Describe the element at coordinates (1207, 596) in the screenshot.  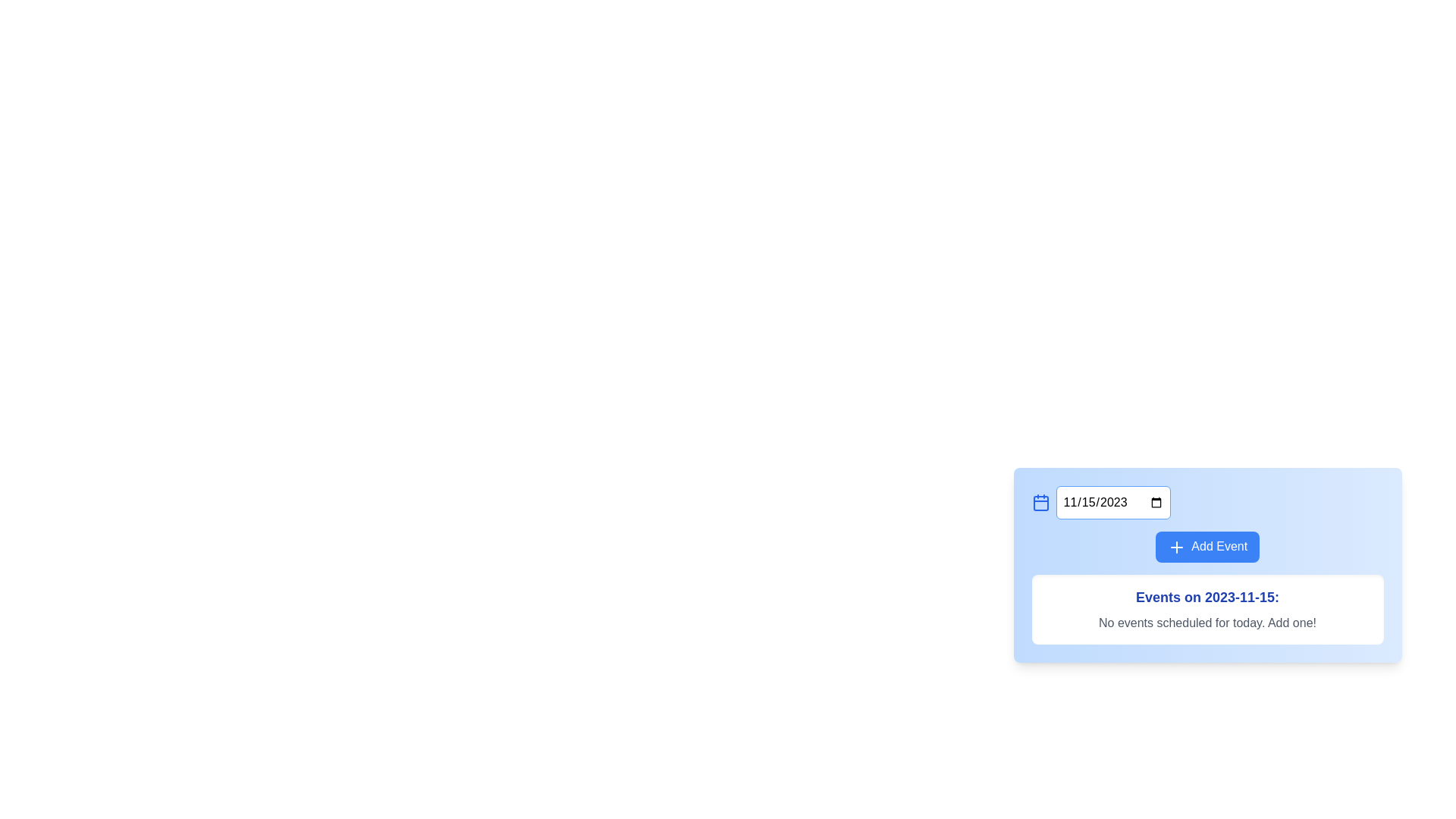
I see `the text 'Events on 2023-11-15:'` at that location.